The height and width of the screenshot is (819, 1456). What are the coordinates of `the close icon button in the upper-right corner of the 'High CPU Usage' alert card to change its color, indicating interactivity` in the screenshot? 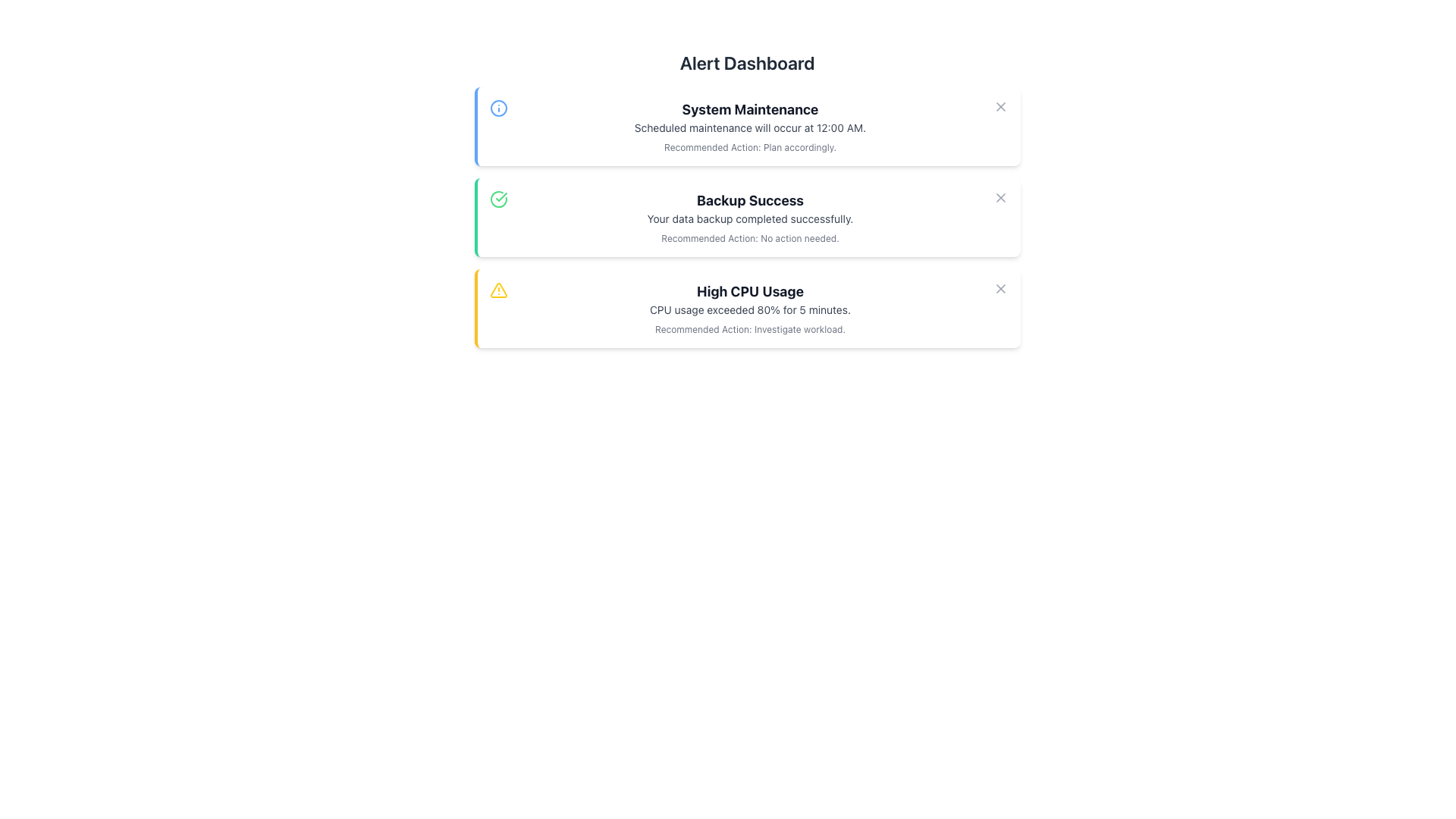 It's located at (1000, 289).